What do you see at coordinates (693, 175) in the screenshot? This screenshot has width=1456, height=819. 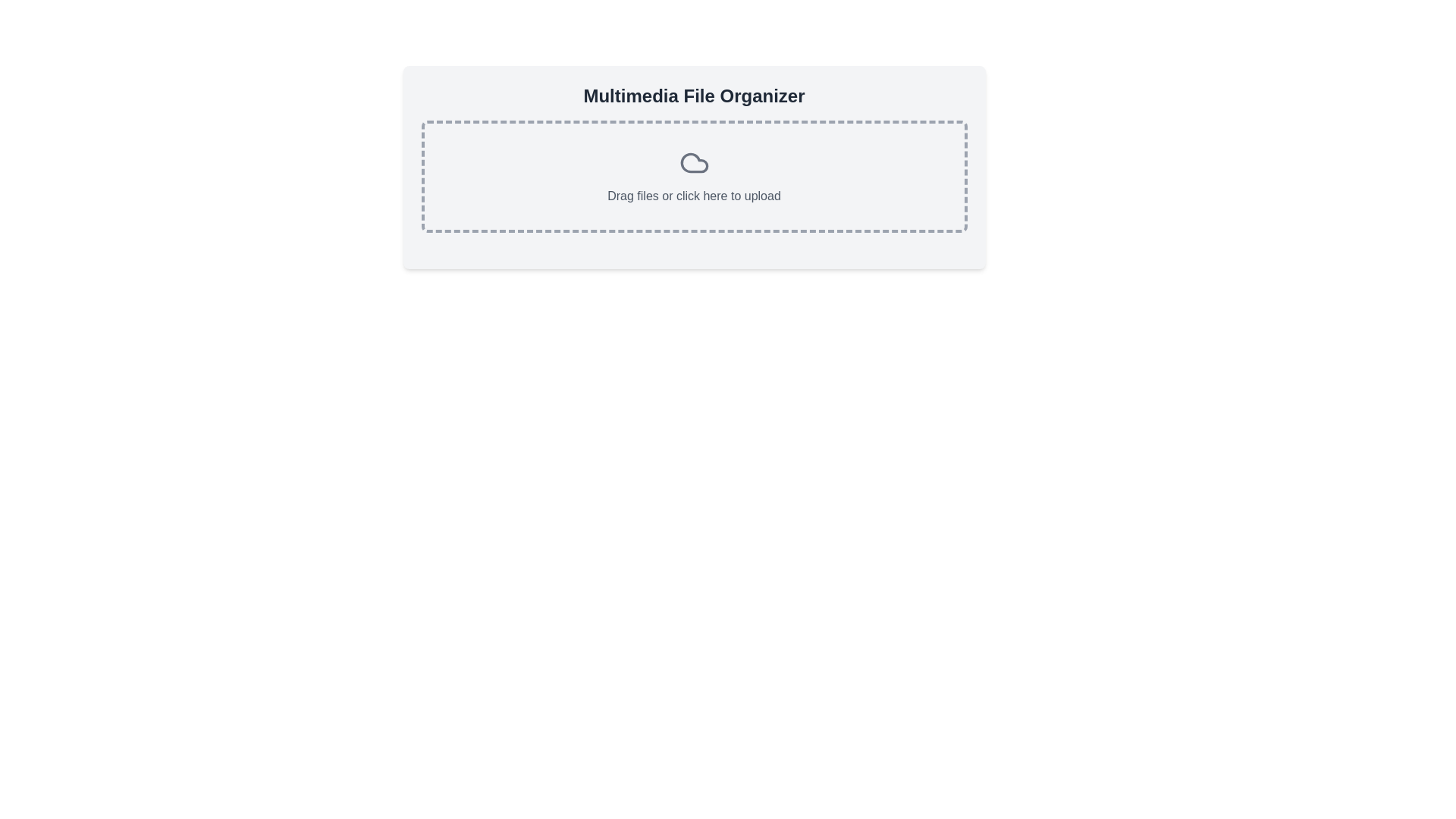 I see `the File upload area located below the 'Multimedia File Organizer' header` at bounding box center [693, 175].